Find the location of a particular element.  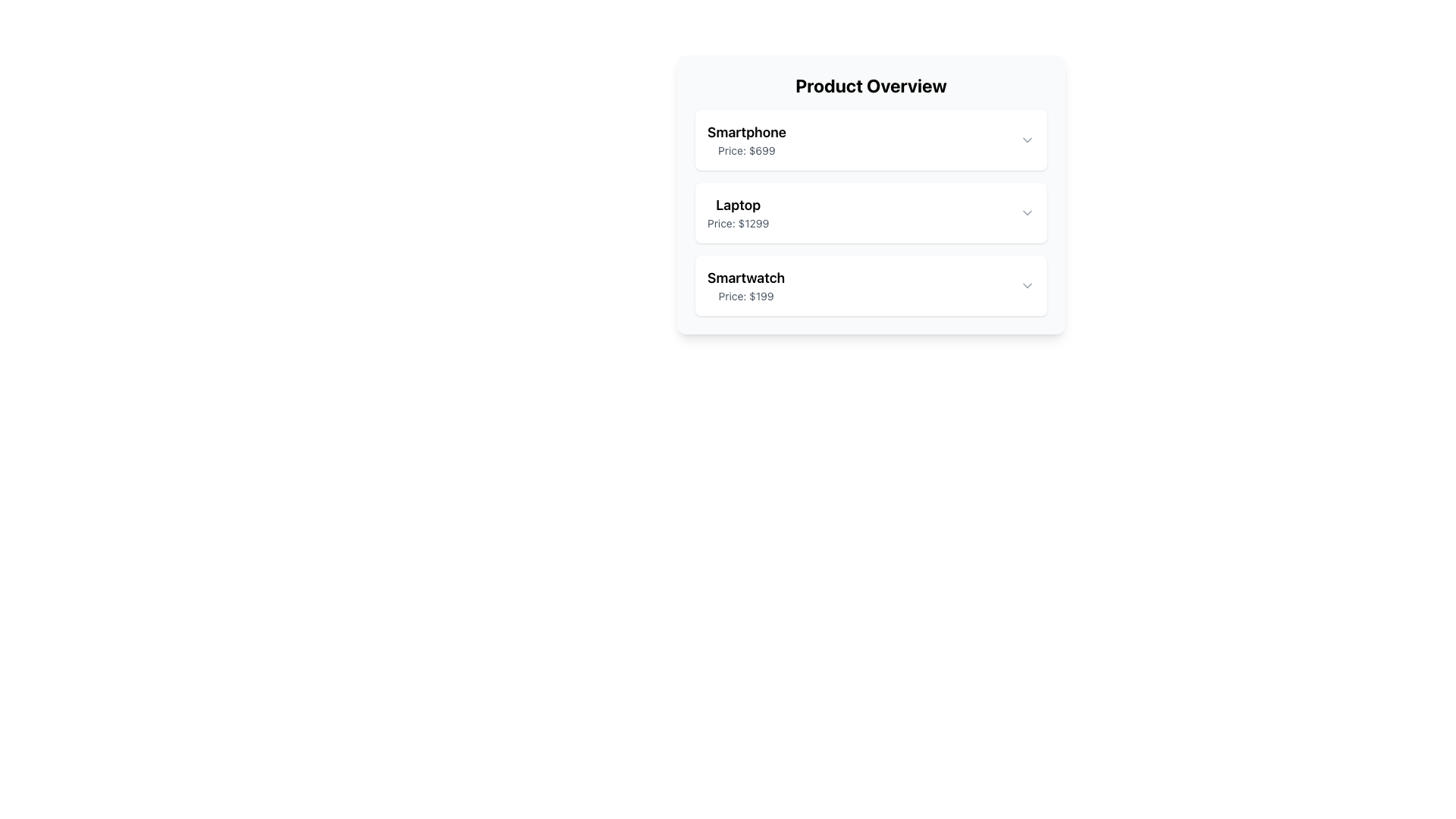

the Dropdown Trigger Icon for the 'Smartphone' priced at $699 to change its color is located at coordinates (1027, 140).